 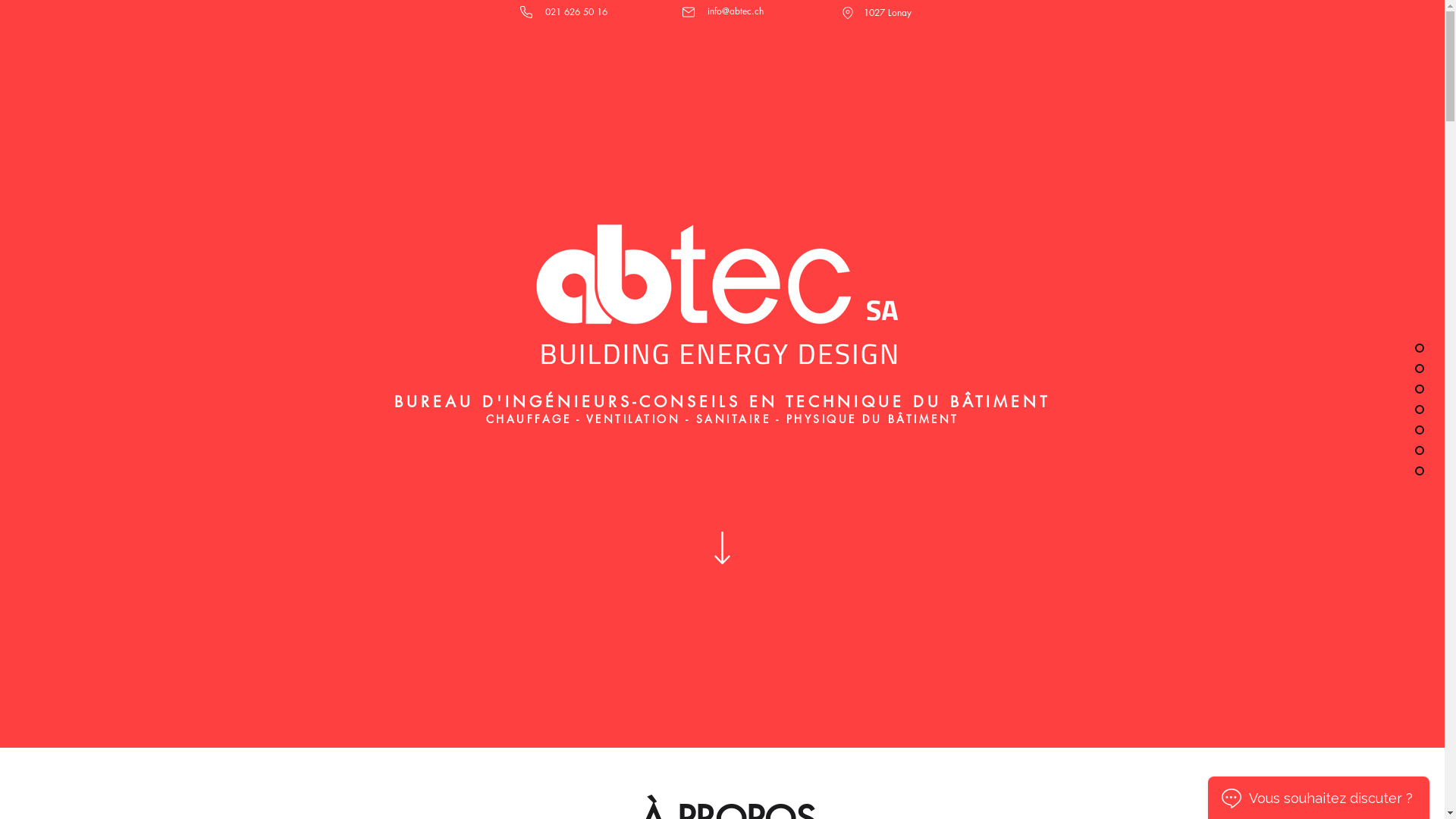 What do you see at coordinates (721, 290) in the screenshot?
I see `'logo abtec base_vectorized23.png'` at bounding box center [721, 290].